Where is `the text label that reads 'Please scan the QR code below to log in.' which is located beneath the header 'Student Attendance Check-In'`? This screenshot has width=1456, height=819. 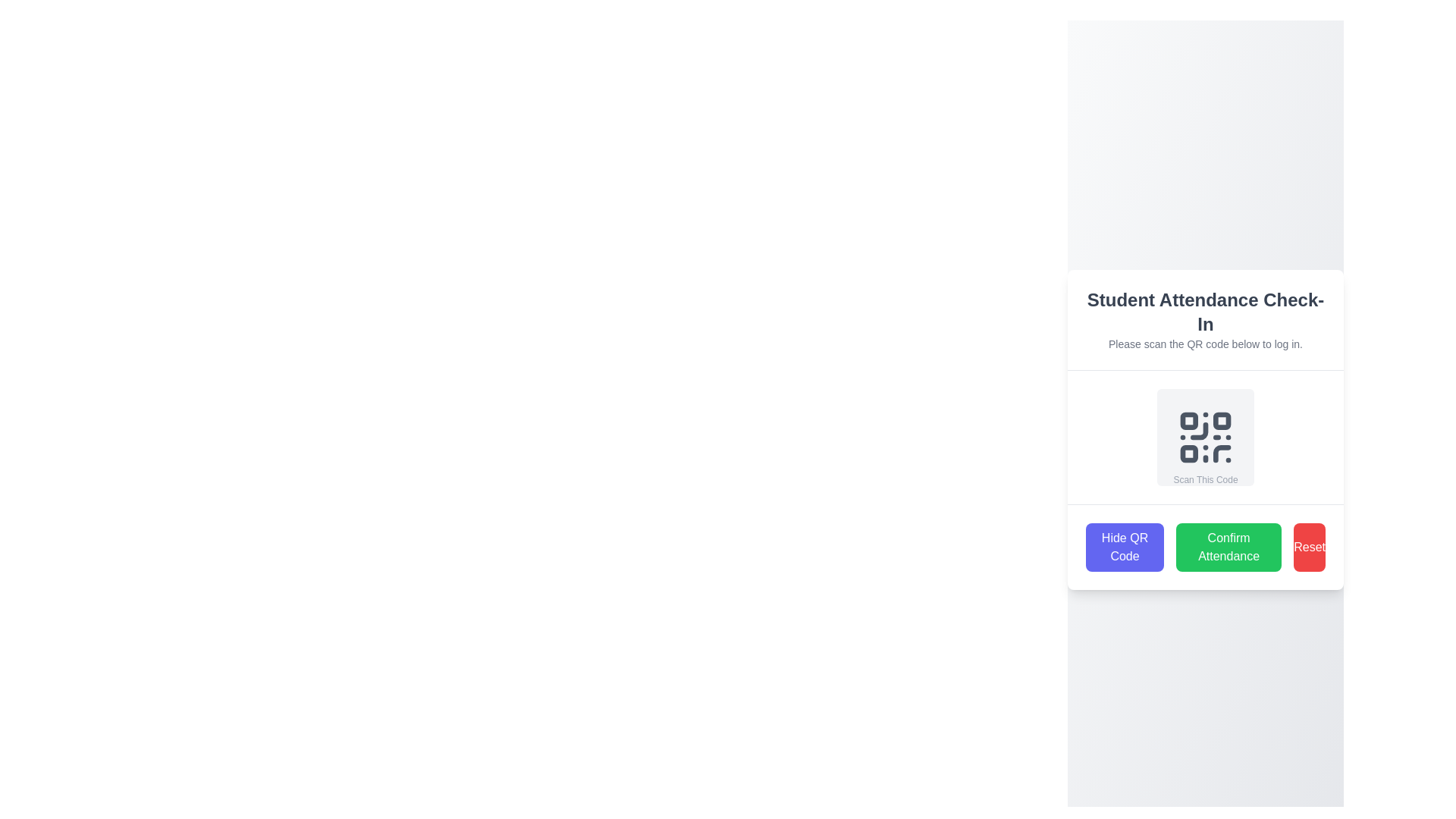 the text label that reads 'Please scan the QR code below to log in.' which is located beneath the header 'Student Attendance Check-In' is located at coordinates (1204, 344).